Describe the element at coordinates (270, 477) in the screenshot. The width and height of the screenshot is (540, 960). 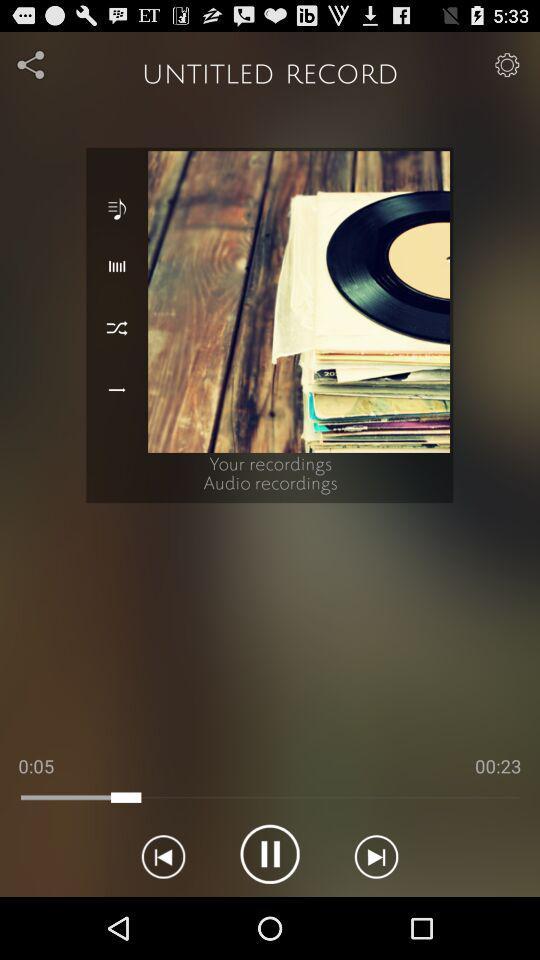
I see `text below image` at that location.